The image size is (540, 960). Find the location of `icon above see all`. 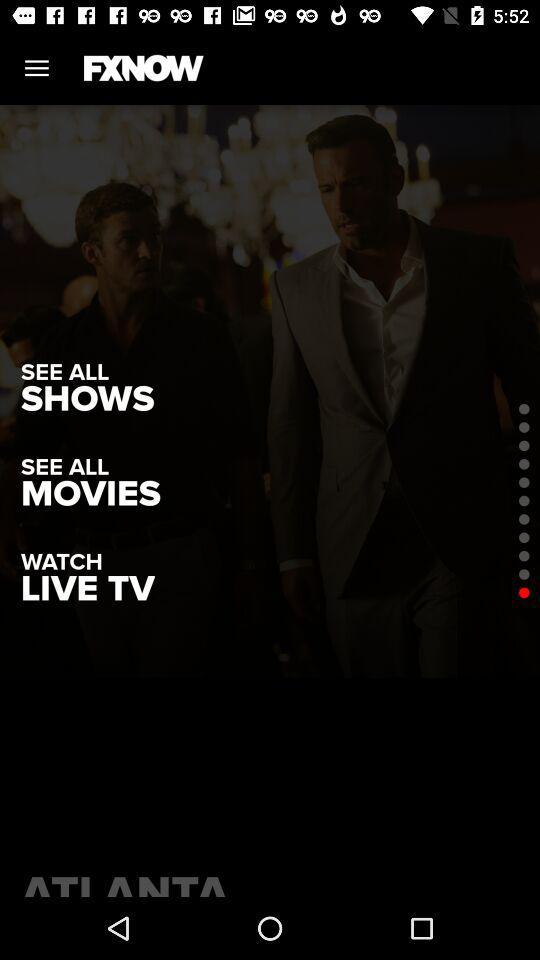

icon above see all is located at coordinates (86, 398).